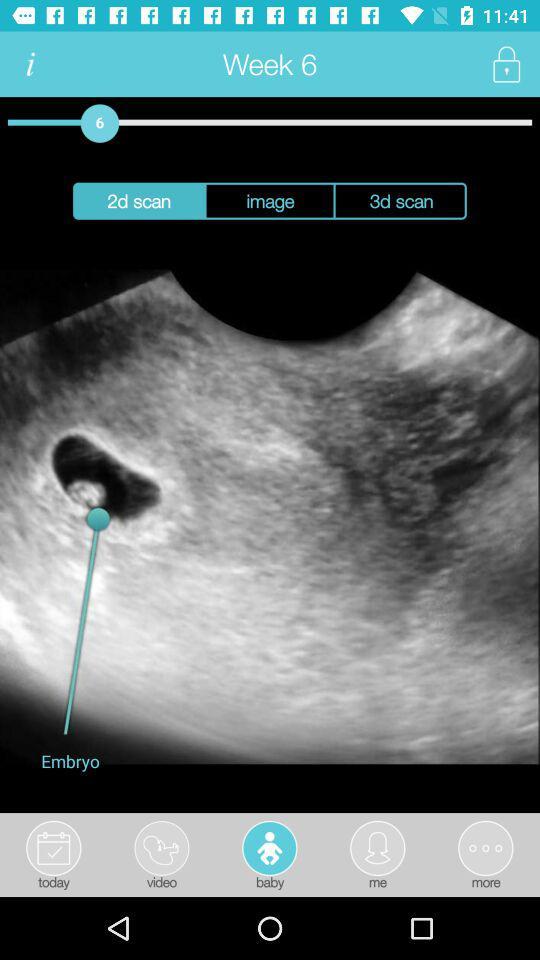 This screenshot has height=960, width=540. What do you see at coordinates (137, 201) in the screenshot?
I see `2d scan` at bounding box center [137, 201].